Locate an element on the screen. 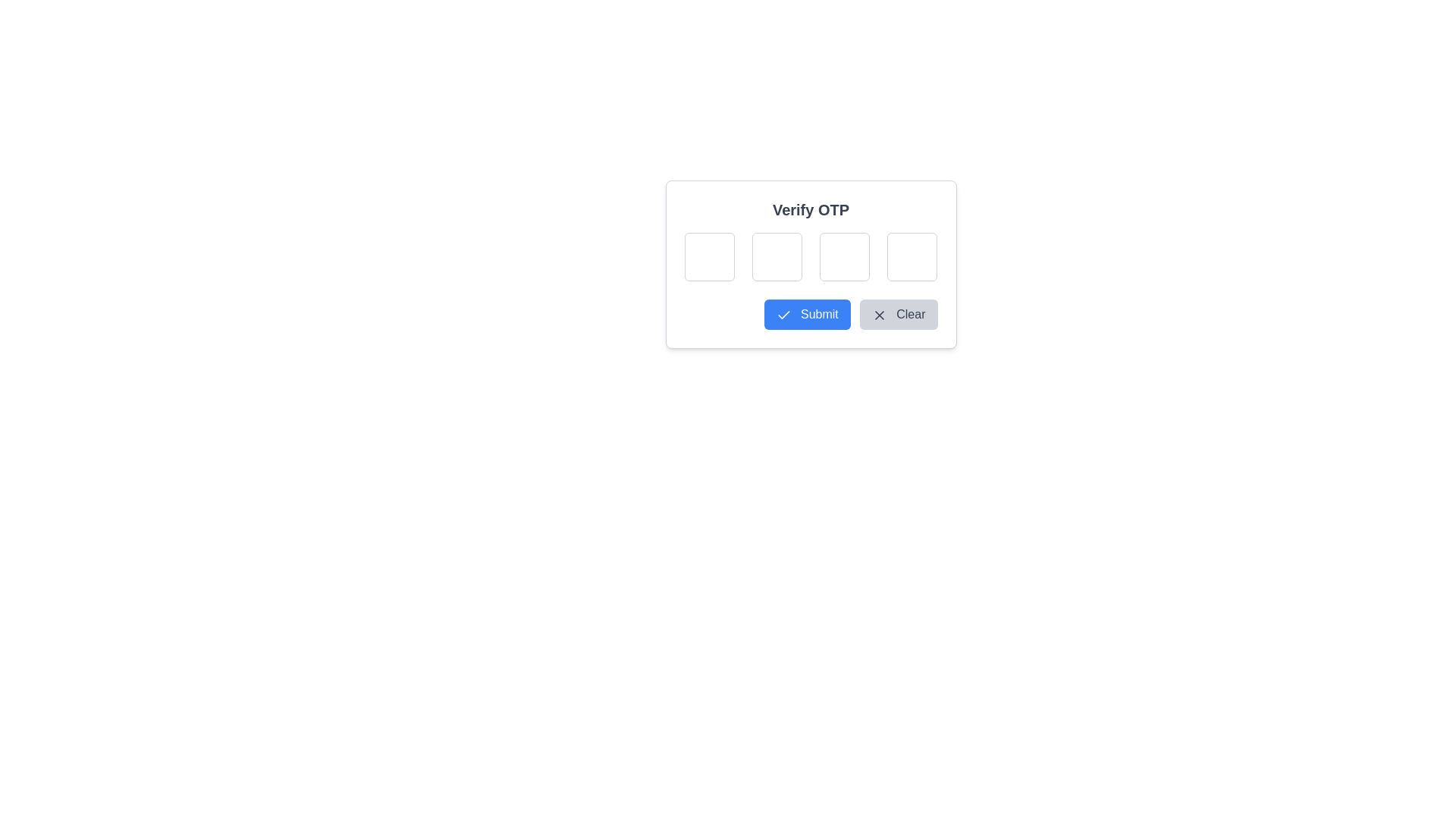 This screenshot has width=1456, height=819. the 'Clear' button with a light gray background and dark gray text, which is the second button from the right in the horizontal layout at the bottom of the modal dialog is located at coordinates (899, 314).